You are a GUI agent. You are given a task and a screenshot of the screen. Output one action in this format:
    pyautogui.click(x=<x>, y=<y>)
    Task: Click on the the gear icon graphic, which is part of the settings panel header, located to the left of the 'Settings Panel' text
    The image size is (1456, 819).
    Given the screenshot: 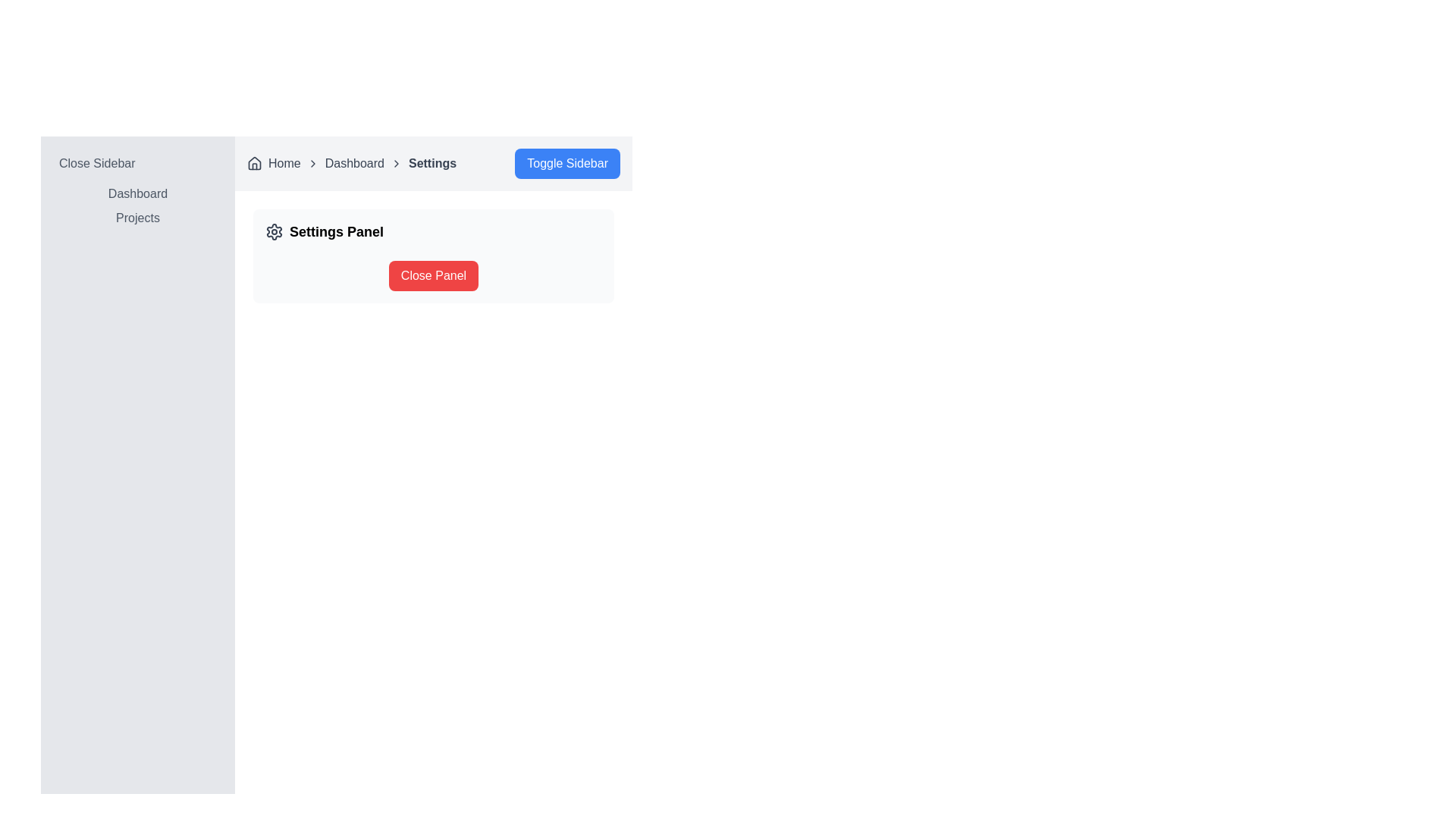 What is the action you would take?
    pyautogui.click(x=274, y=231)
    